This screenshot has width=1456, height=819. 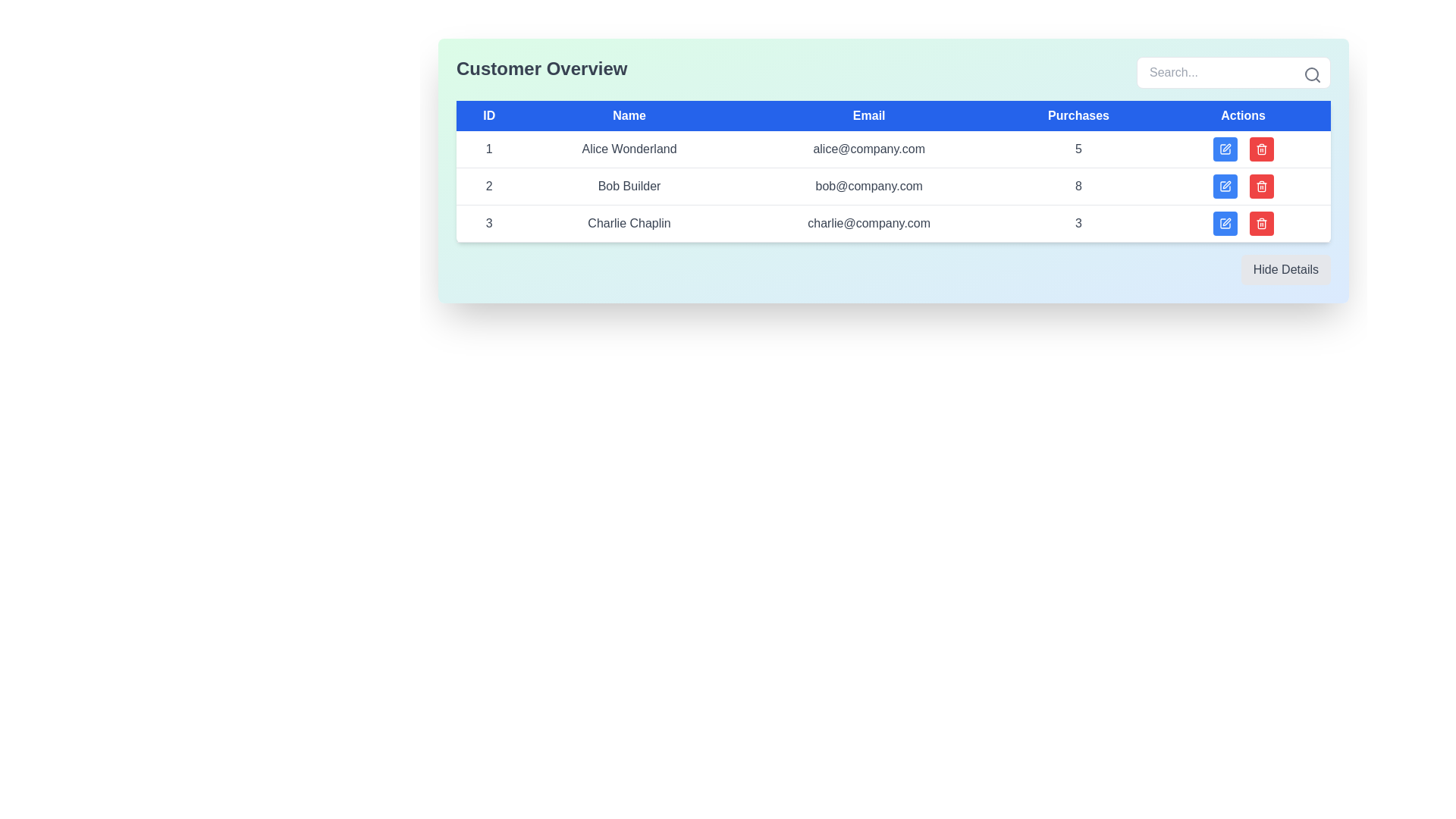 I want to click on the text label 'Alice Wonderland' located in the 'Customer Overview' section under the 'Name' column heading, so click(x=629, y=149).